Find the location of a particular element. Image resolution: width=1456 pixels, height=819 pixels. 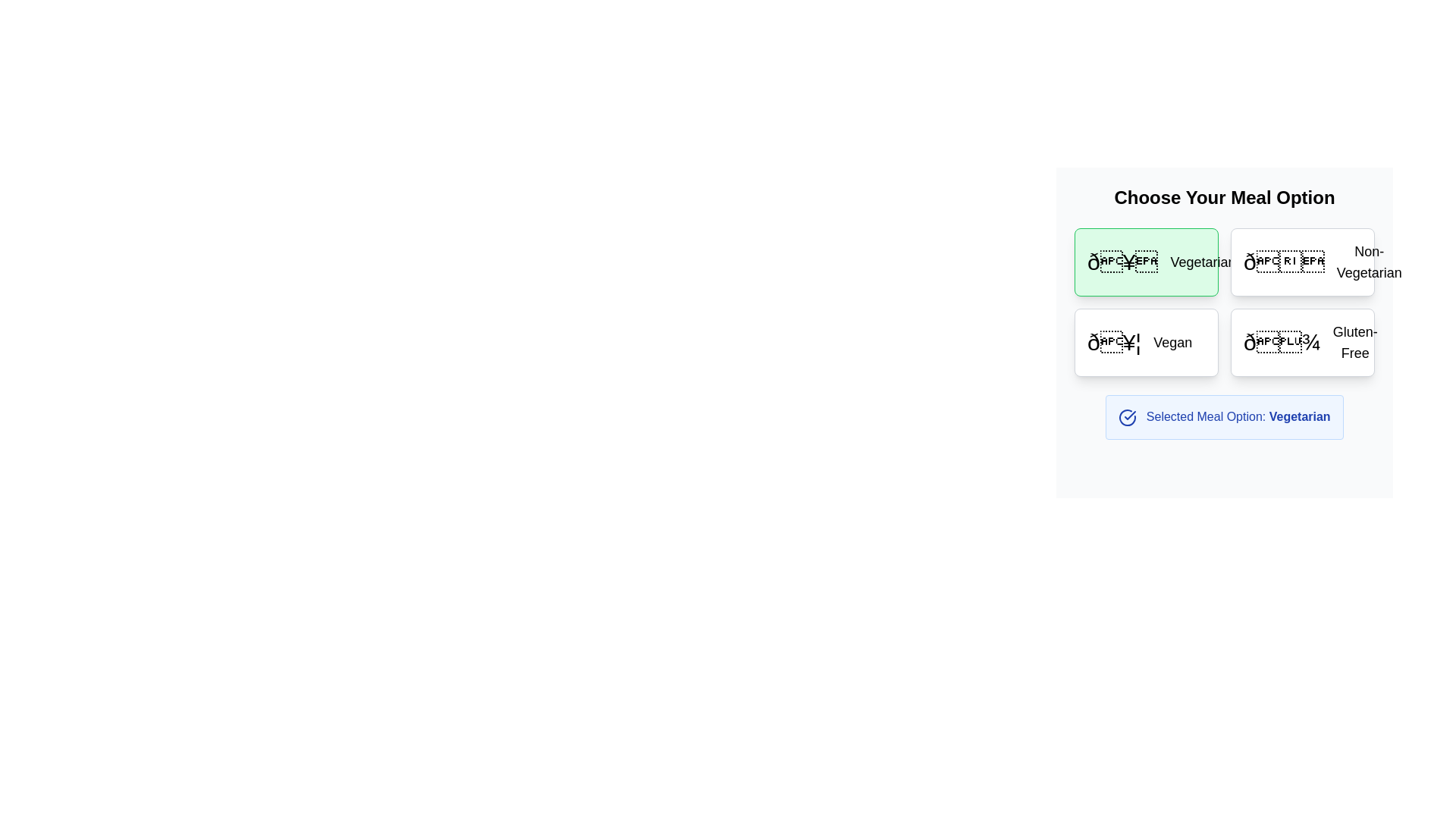

text label 'Vegetarian' located in the 'Selected Meal Option' section, which features a blue font and is positioned below the grid of meal options is located at coordinates (1299, 416).